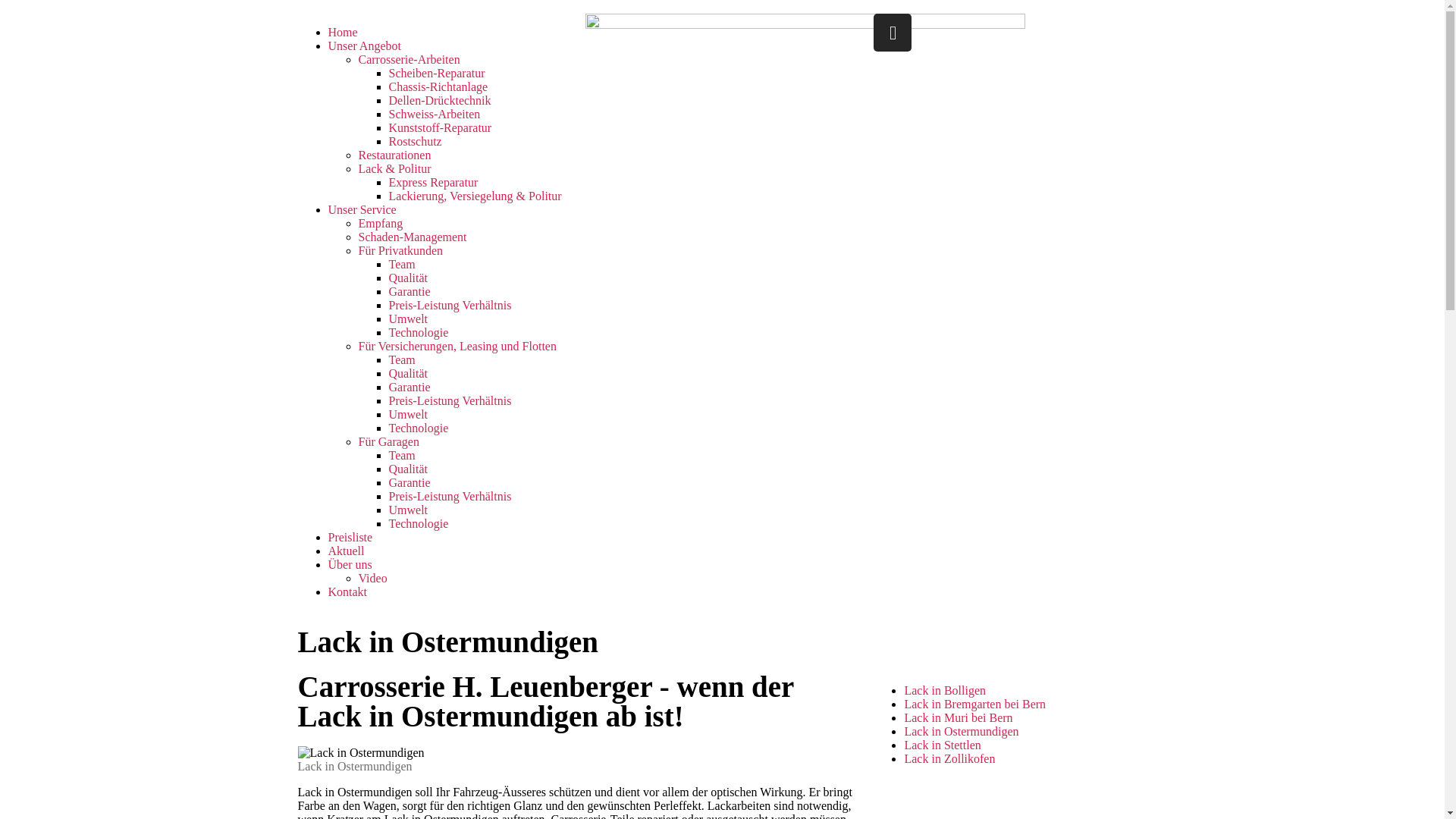  Describe the element at coordinates (388, 141) in the screenshot. I see `'Rostschutz'` at that location.